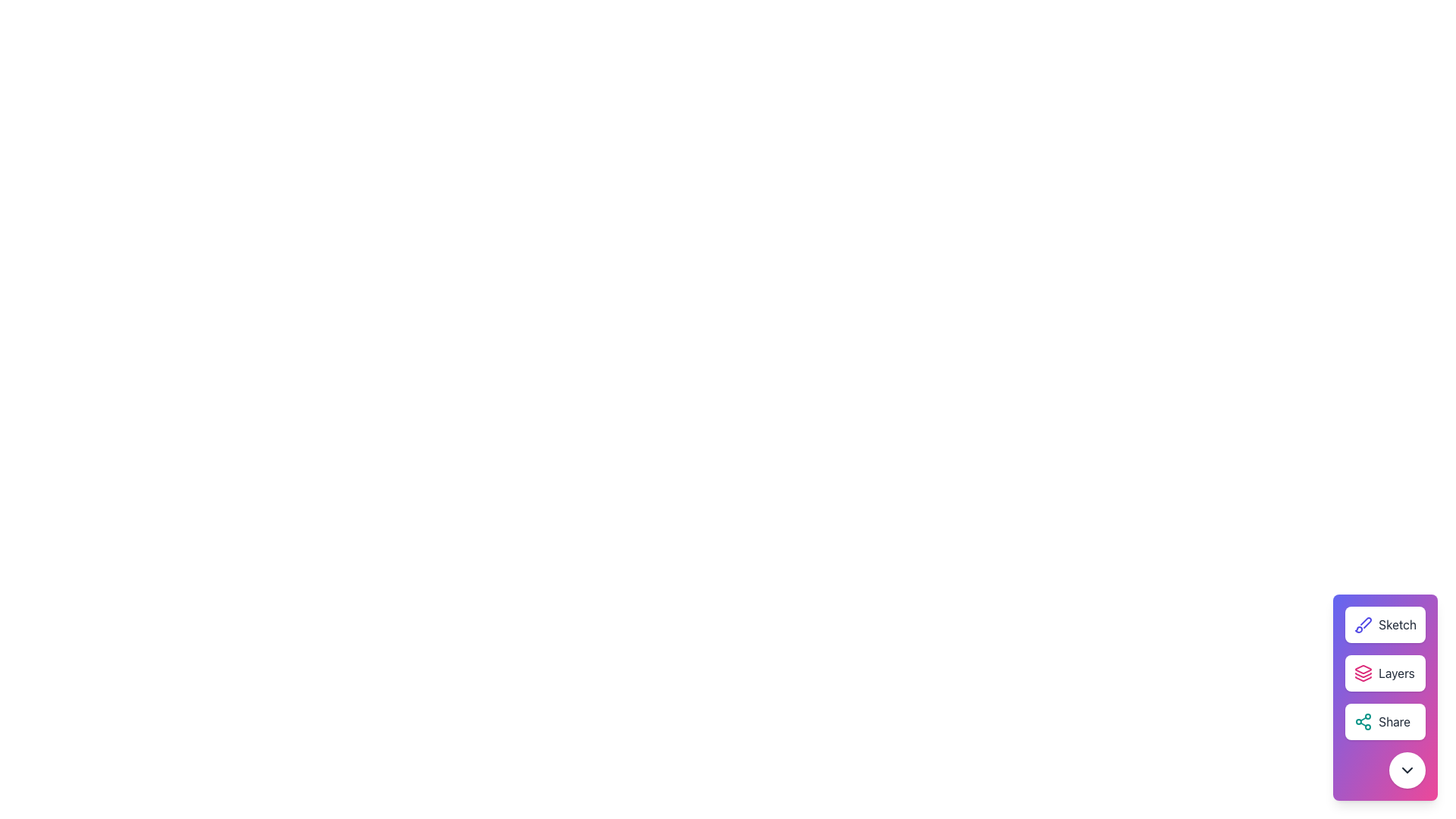 Image resolution: width=1456 pixels, height=819 pixels. I want to click on the 'Layers' button, which is the second button in a vertical list of three buttons, so click(1385, 672).